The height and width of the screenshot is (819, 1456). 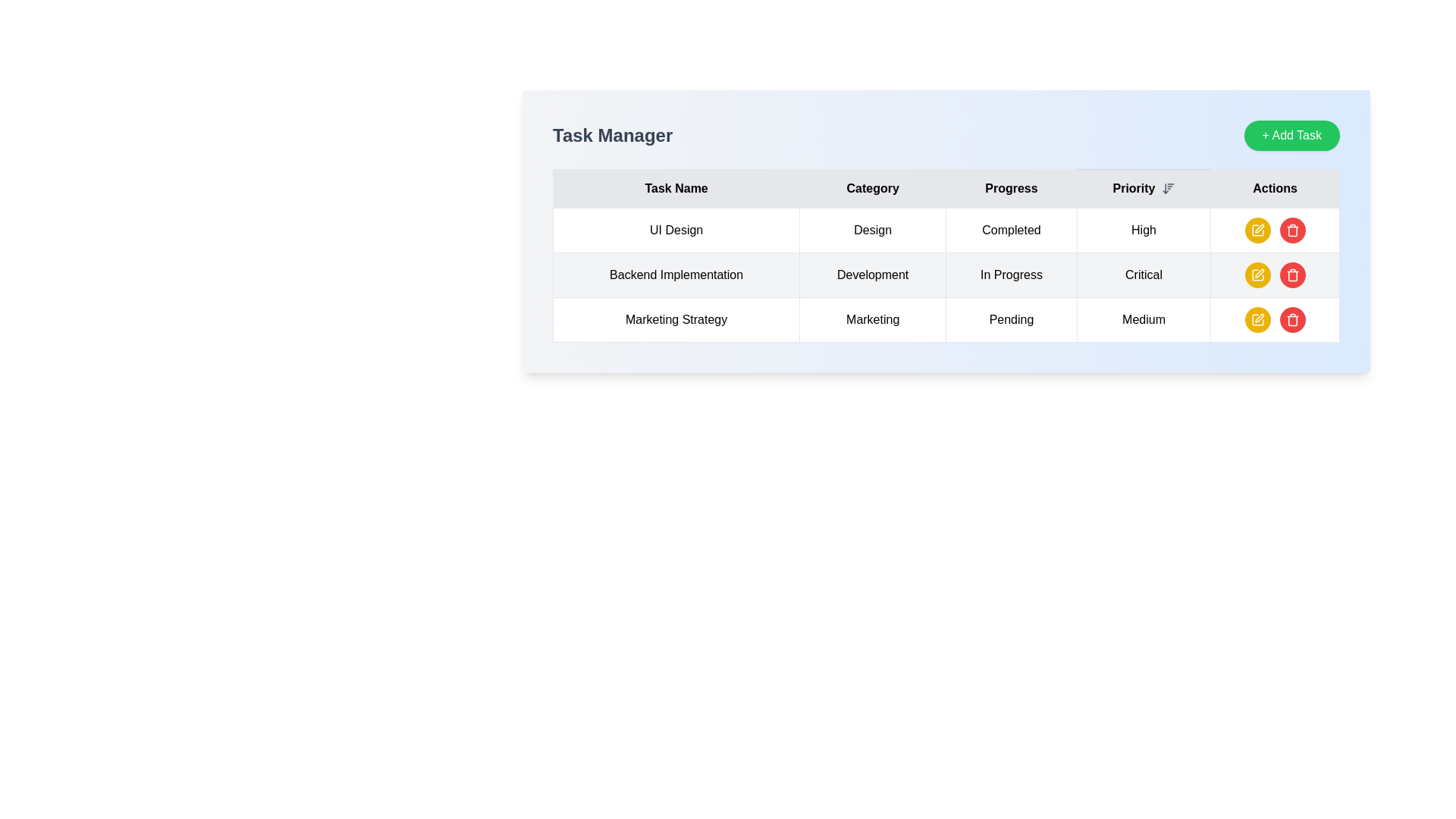 What do you see at coordinates (1012, 188) in the screenshot?
I see `the text label displaying 'Progress', which is styled with centered alignment and bordered in a rectangular layout, positioned between the 'Category' and 'Priority' headers in the top row of a table` at bounding box center [1012, 188].